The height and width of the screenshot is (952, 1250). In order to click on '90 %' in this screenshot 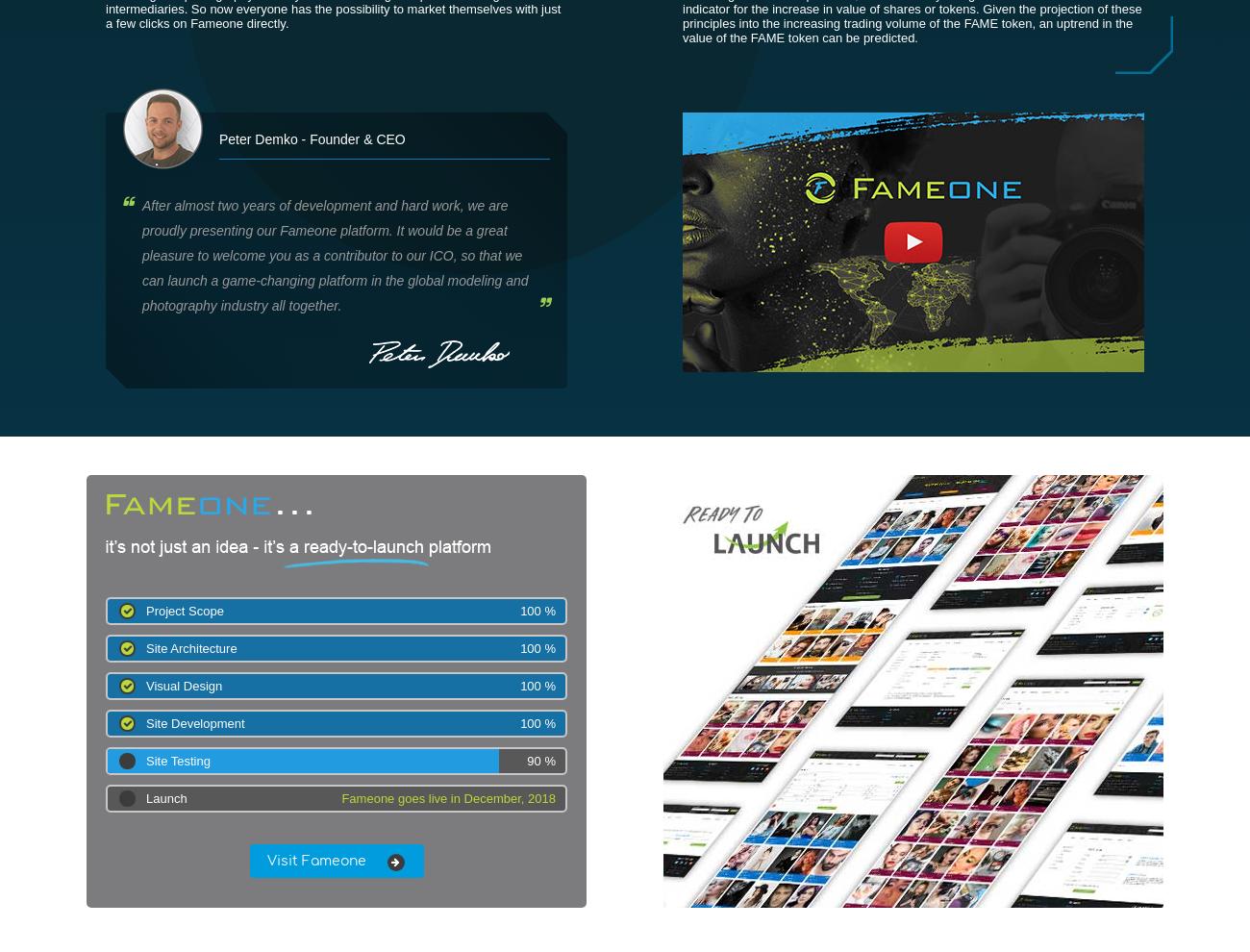, I will do `click(525, 761)`.